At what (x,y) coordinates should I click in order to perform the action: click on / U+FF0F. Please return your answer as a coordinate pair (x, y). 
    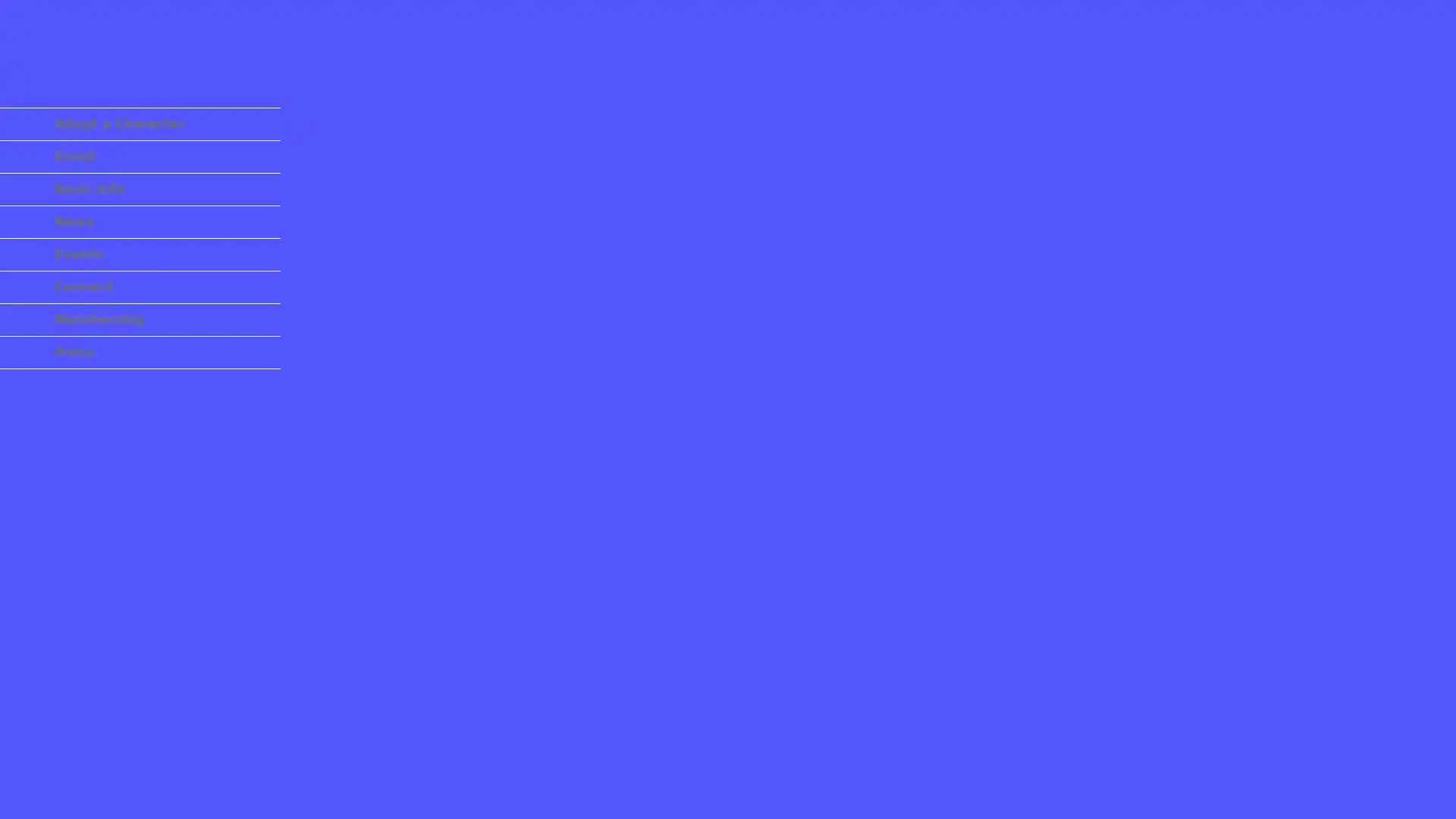
    Looking at the image, I should click on (1045, 650).